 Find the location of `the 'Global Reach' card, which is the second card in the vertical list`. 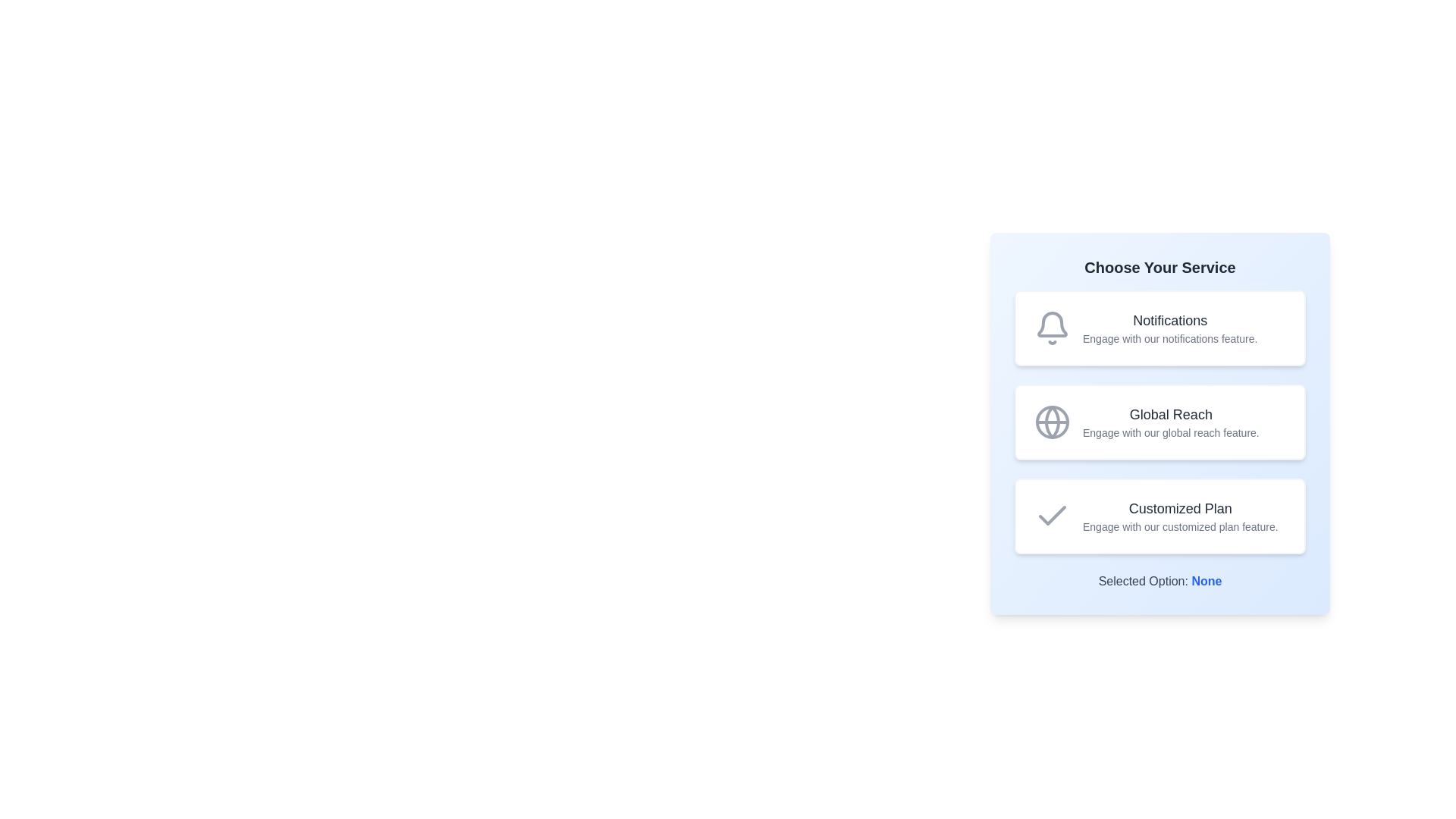

the 'Global Reach' card, which is the second card in the vertical list is located at coordinates (1159, 424).